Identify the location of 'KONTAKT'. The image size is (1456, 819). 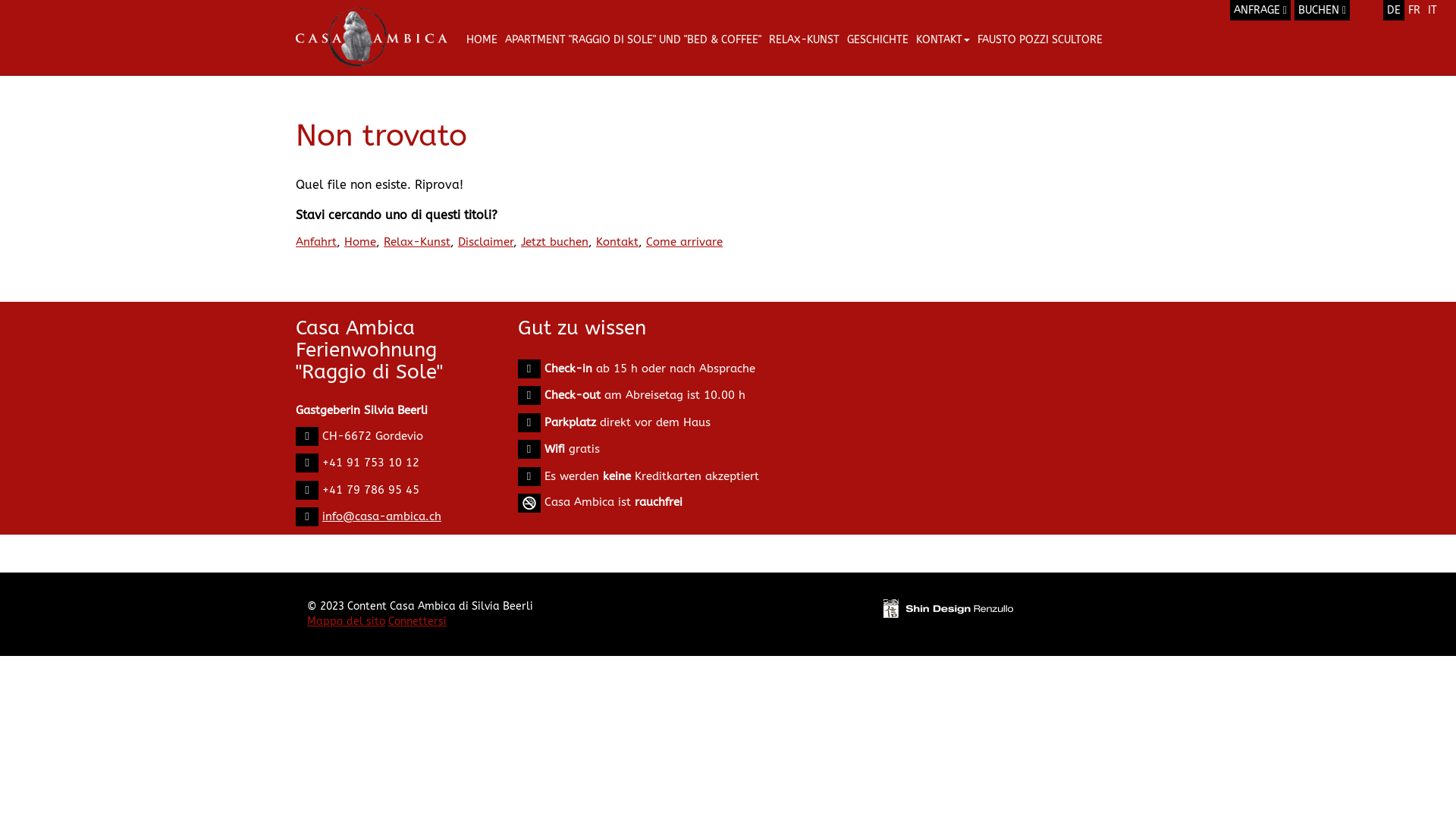
(942, 39).